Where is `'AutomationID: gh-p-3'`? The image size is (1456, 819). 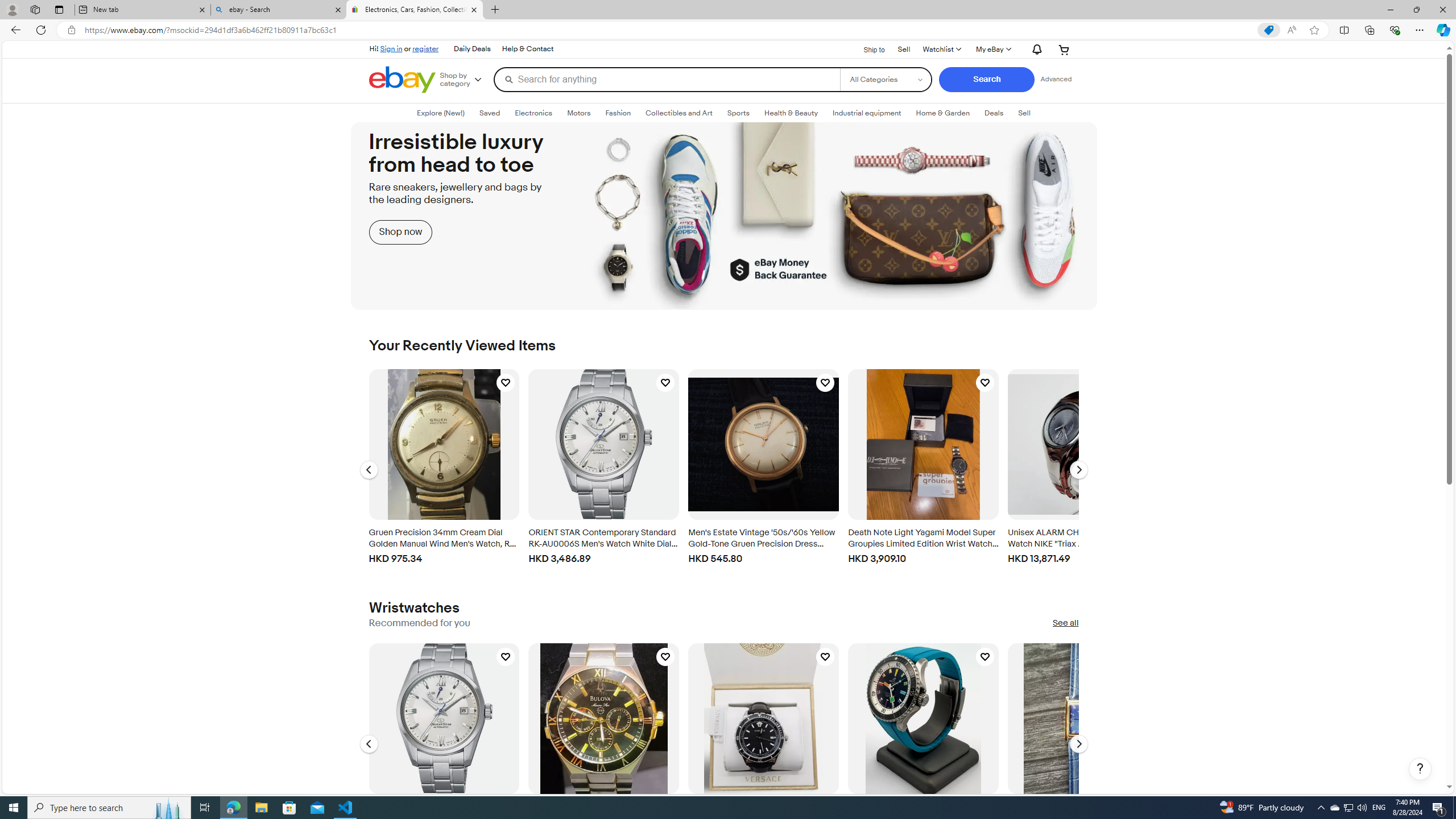
'AutomationID: gh-p-3' is located at coordinates (526, 48).